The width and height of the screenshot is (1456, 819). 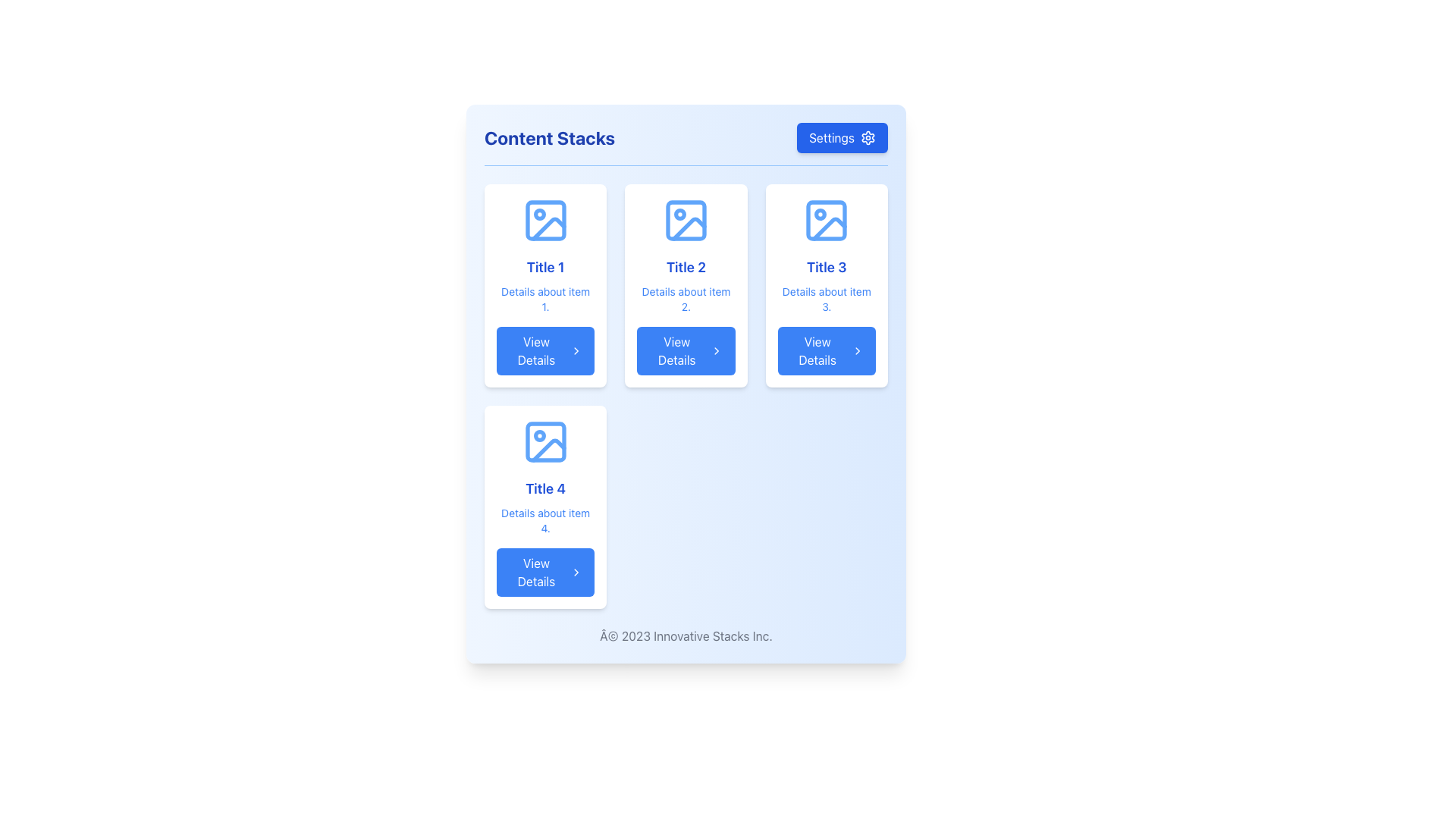 I want to click on the gear icon located to the right of the 'Settings' text label on the blue button in the top-right corner of the main content card, so click(x=868, y=137).